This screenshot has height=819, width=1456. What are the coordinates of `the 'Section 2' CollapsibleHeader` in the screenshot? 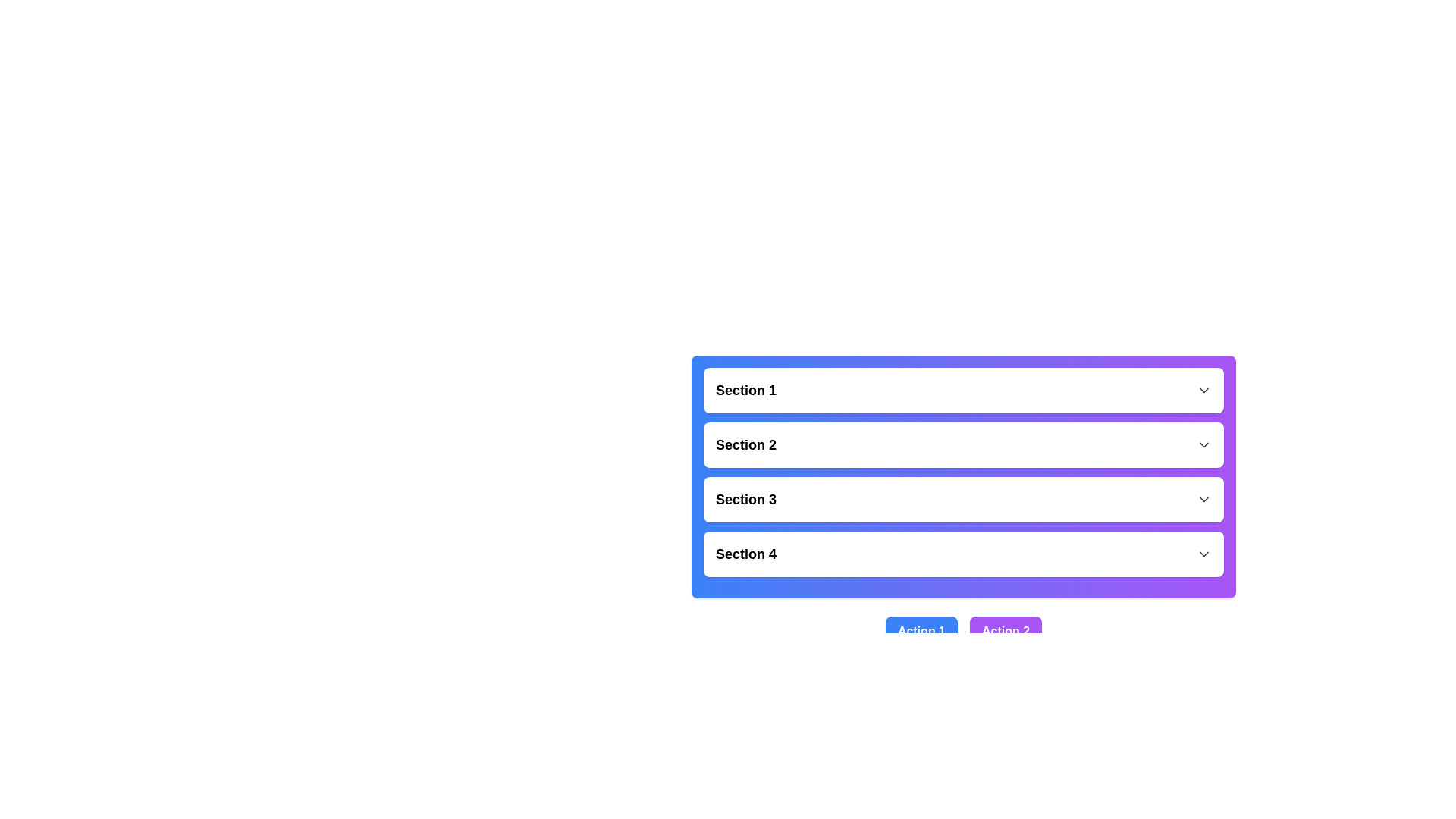 It's located at (963, 444).